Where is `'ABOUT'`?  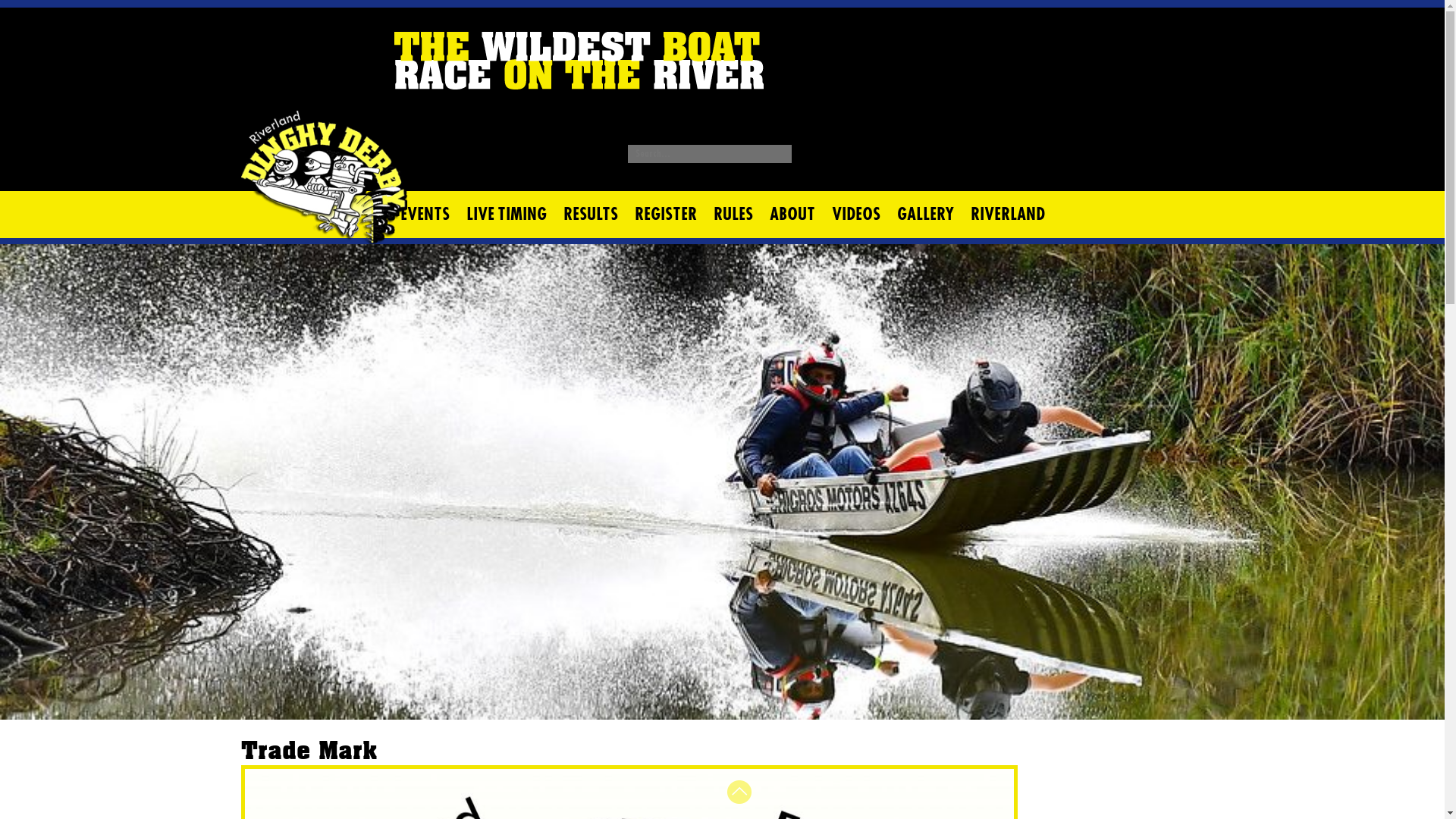
'ABOUT' is located at coordinates (792, 214).